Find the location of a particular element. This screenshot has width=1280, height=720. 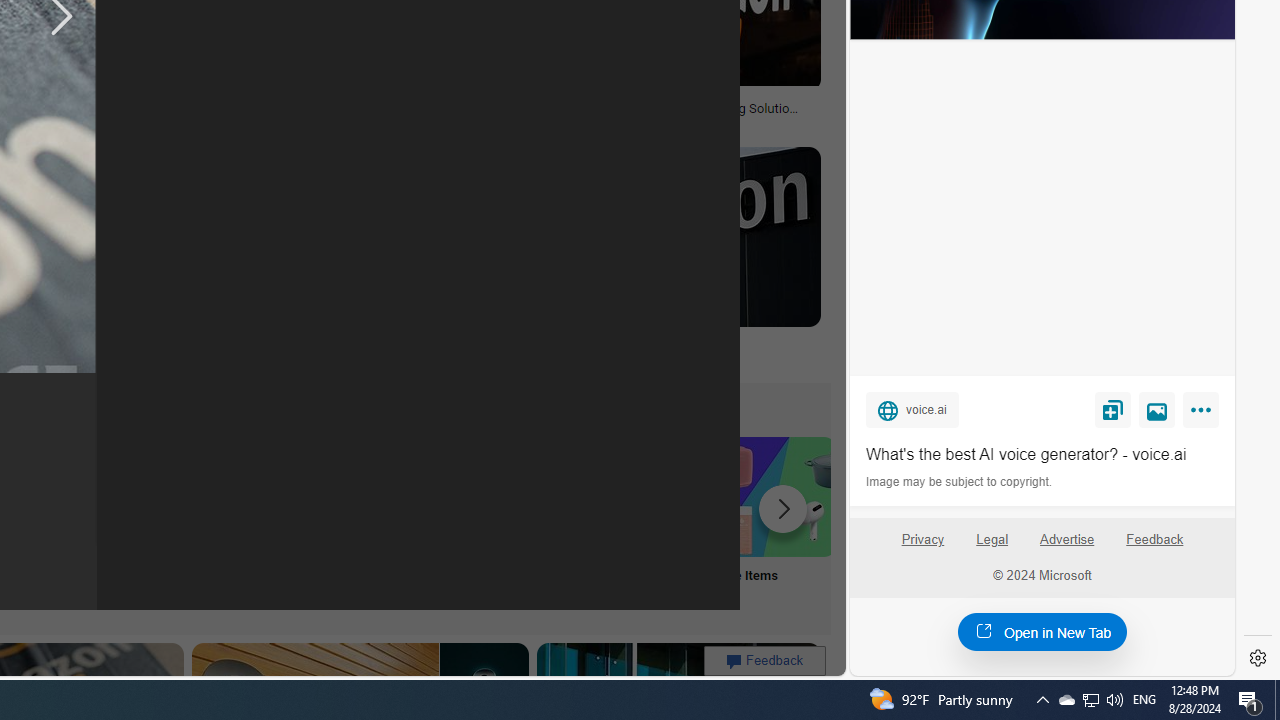

'Advertise' is located at coordinates (1066, 547).